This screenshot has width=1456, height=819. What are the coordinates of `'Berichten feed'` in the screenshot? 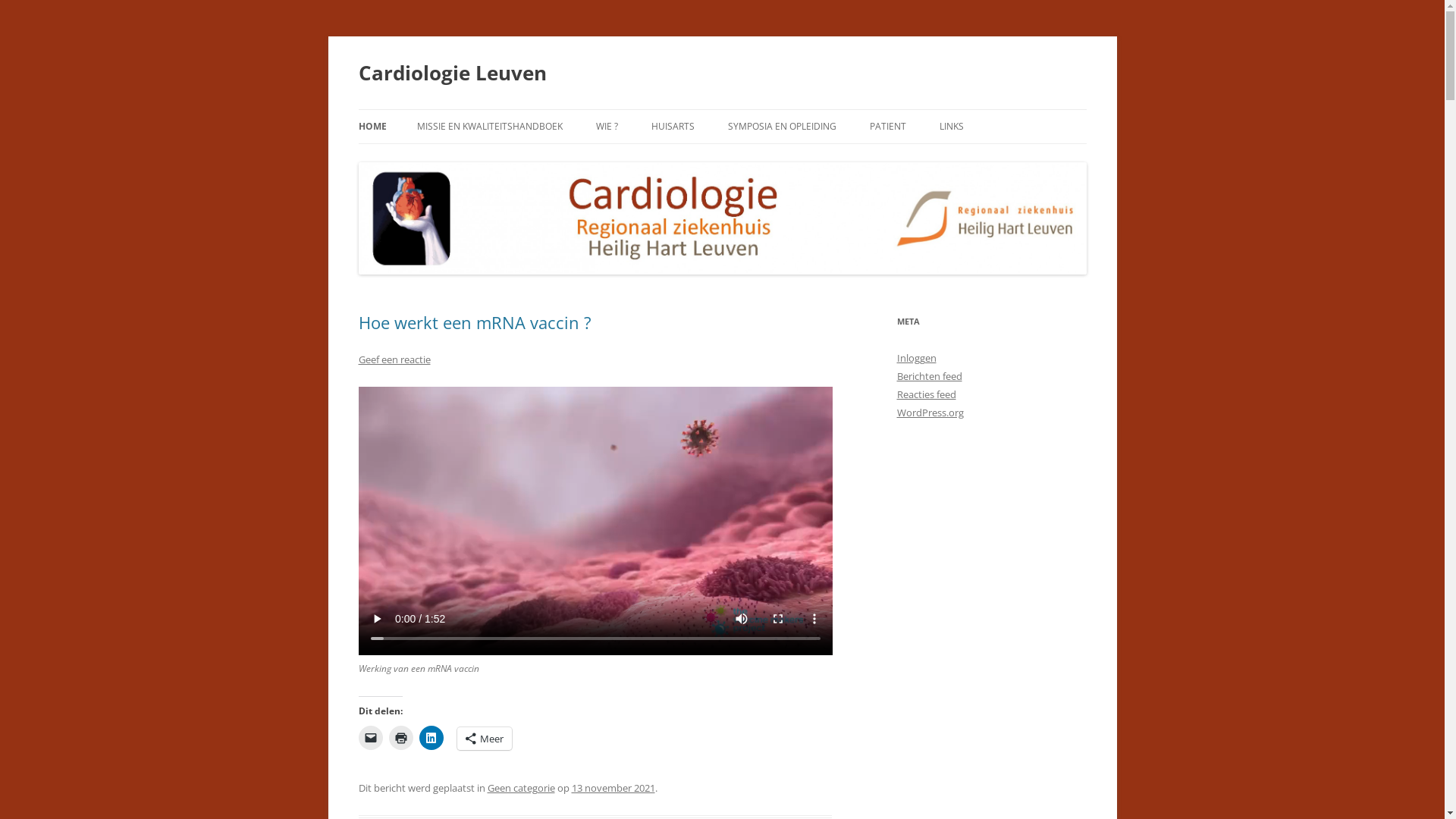 It's located at (927, 375).